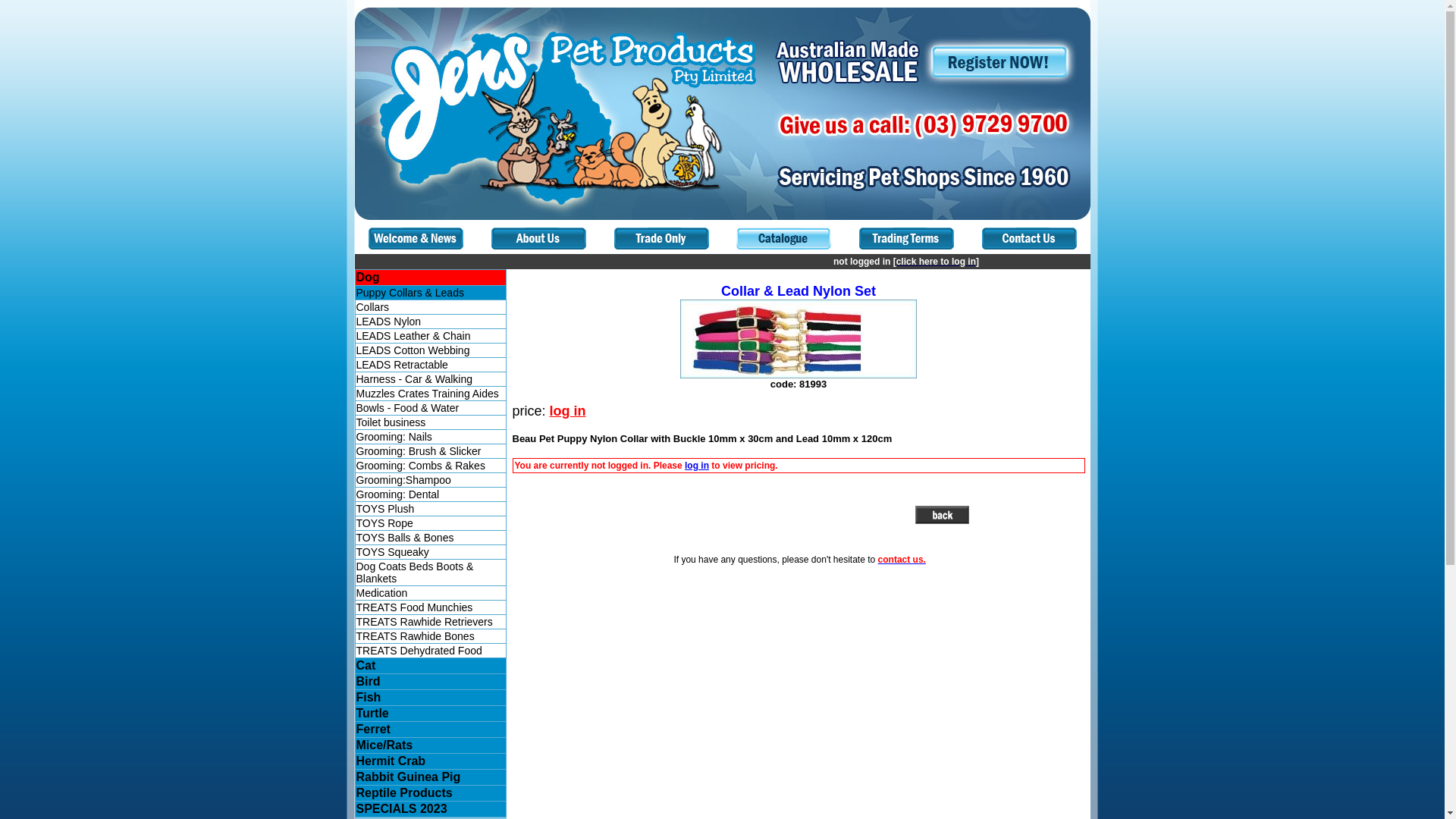  What do you see at coordinates (428, 522) in the screenshot?
I see `'TOYS Rope'` at bounding box center [428, 522].